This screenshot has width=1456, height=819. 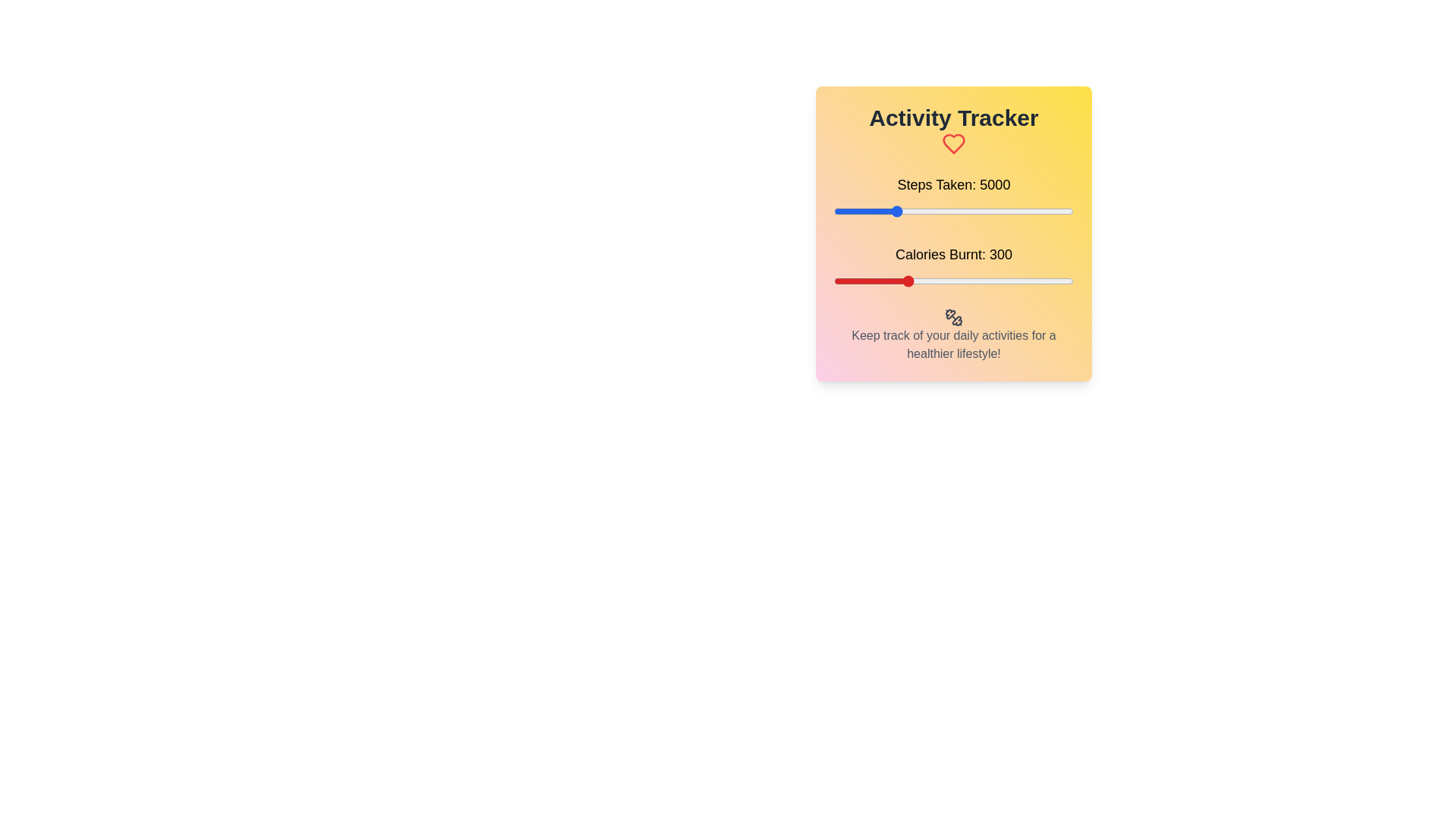 What do you see at coordinates (952, 281) in the screenshot?
I see `the slider thumb of the horizontal slider with a red track located in the 'Activity Tracker' widget, positioned below 'Calories Burnt: 300'` at bounding box center [952, 281].